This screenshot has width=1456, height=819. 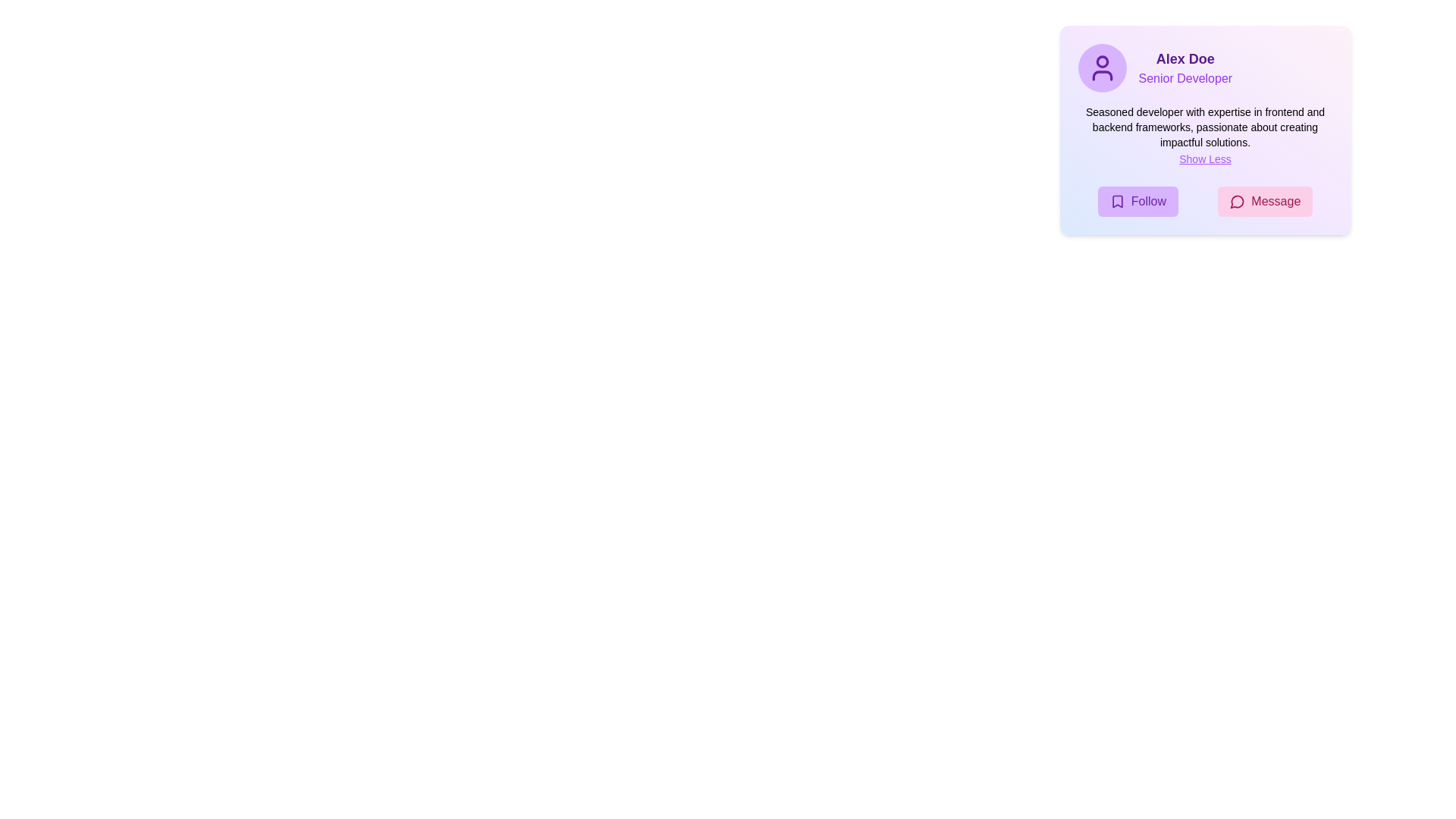 What do you see at coordinates (1102, 67) in the screenshot?
I see `the user profile icon, which is a circular representation of a person with a minimalistic design, located in the upper-left corner of the profile card component` at bounding box center [1102, 67].